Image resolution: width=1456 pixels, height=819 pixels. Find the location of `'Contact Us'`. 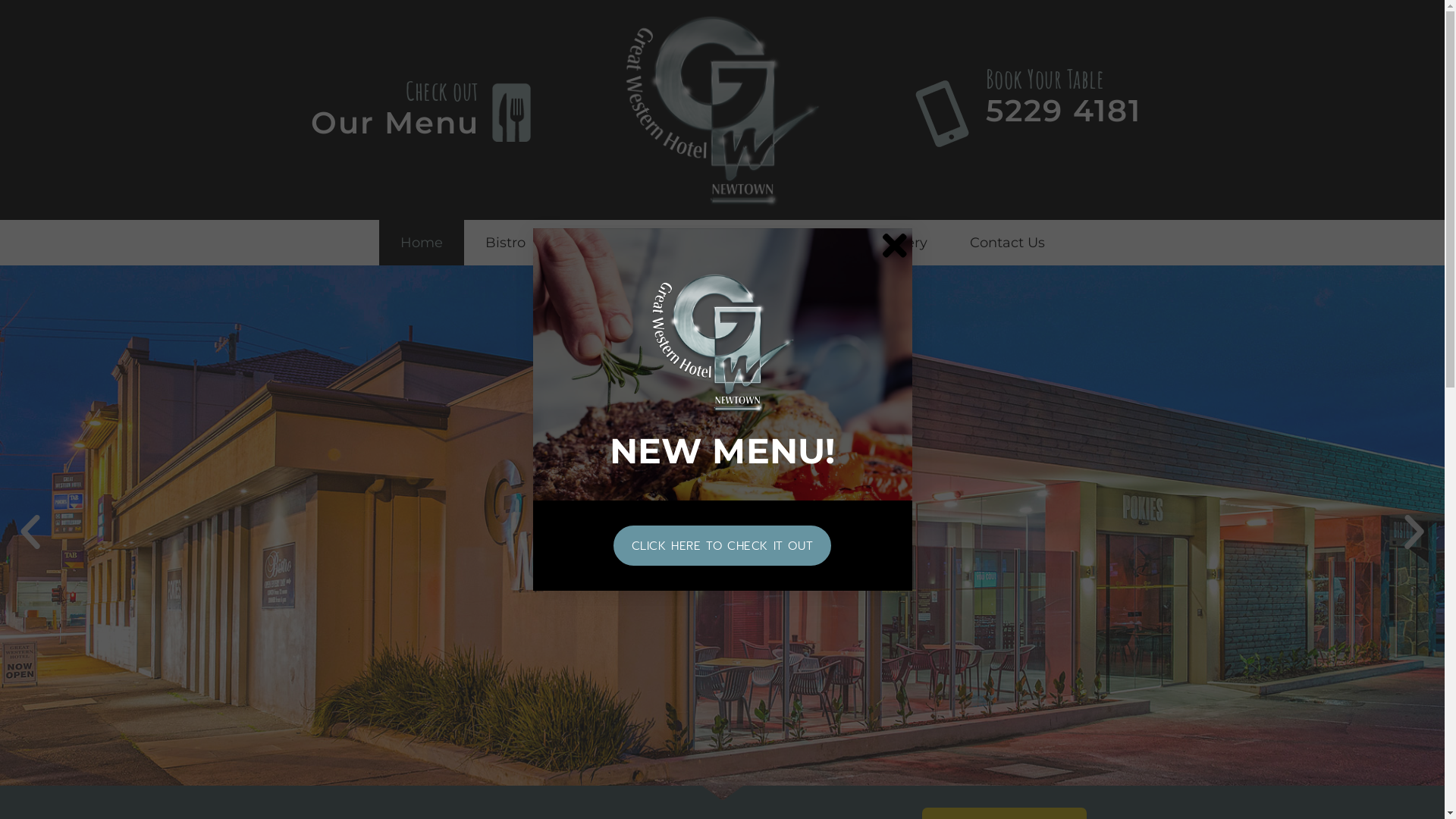

'Contact Us' is located at coordinates (1006, 242).